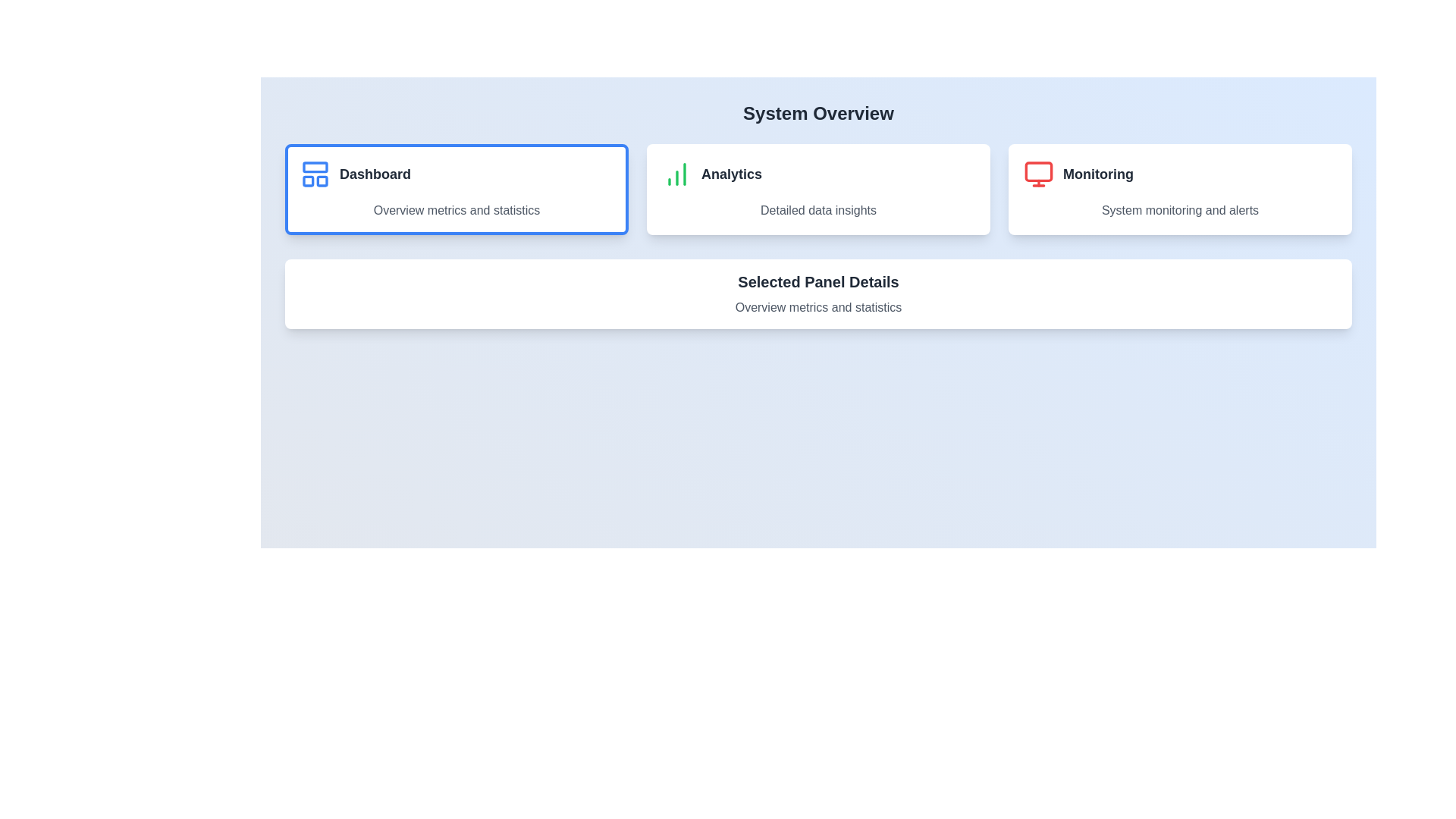 The width and height of the screenshot is (1456, 819). I want to click on the 'Analytics' label with a green column chart icon, located centrally in the middle panel of the layout, so click(817, 174).